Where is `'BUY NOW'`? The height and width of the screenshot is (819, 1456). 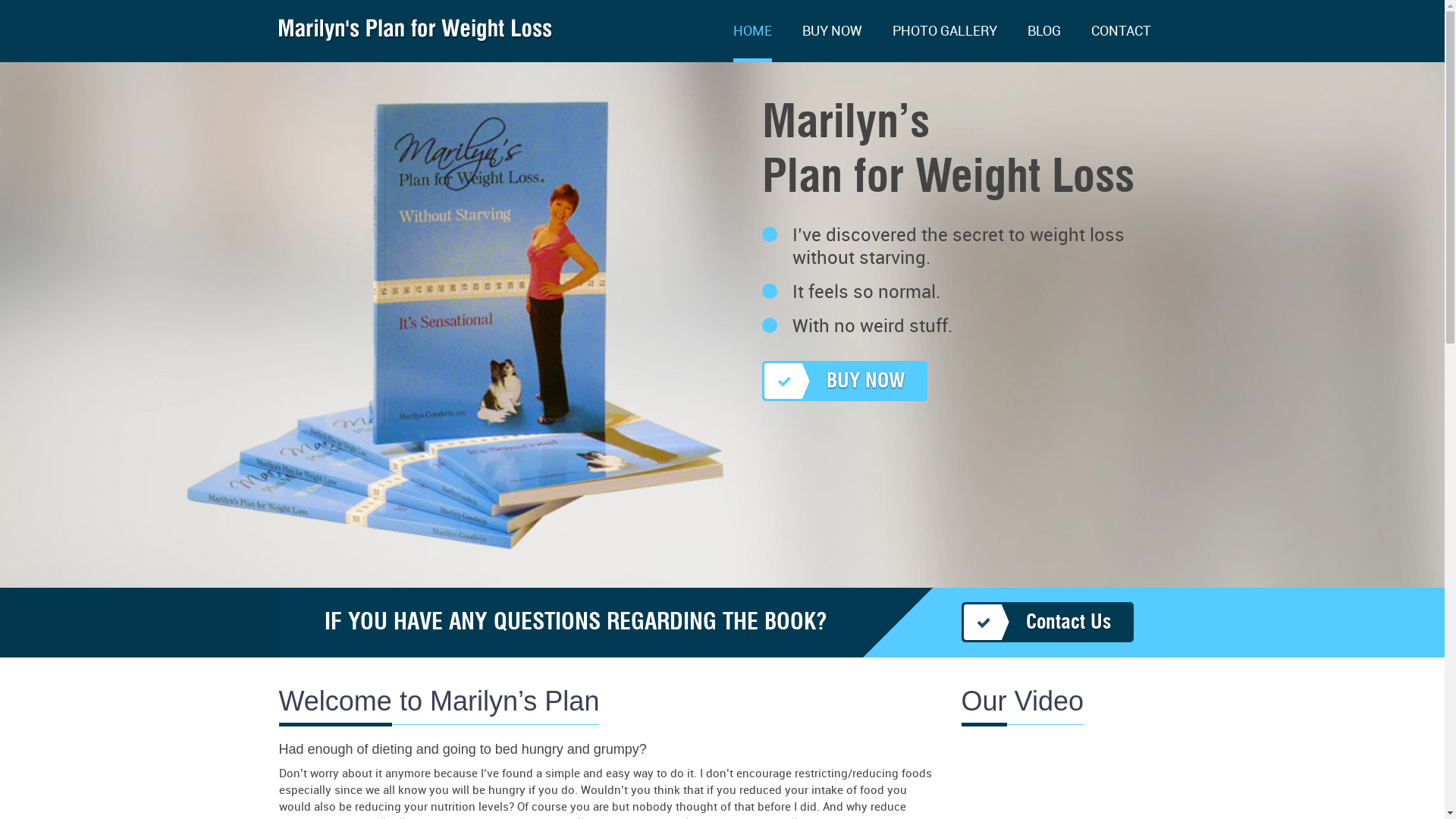
'BUY NOW' is located at coordinates (831, 42).